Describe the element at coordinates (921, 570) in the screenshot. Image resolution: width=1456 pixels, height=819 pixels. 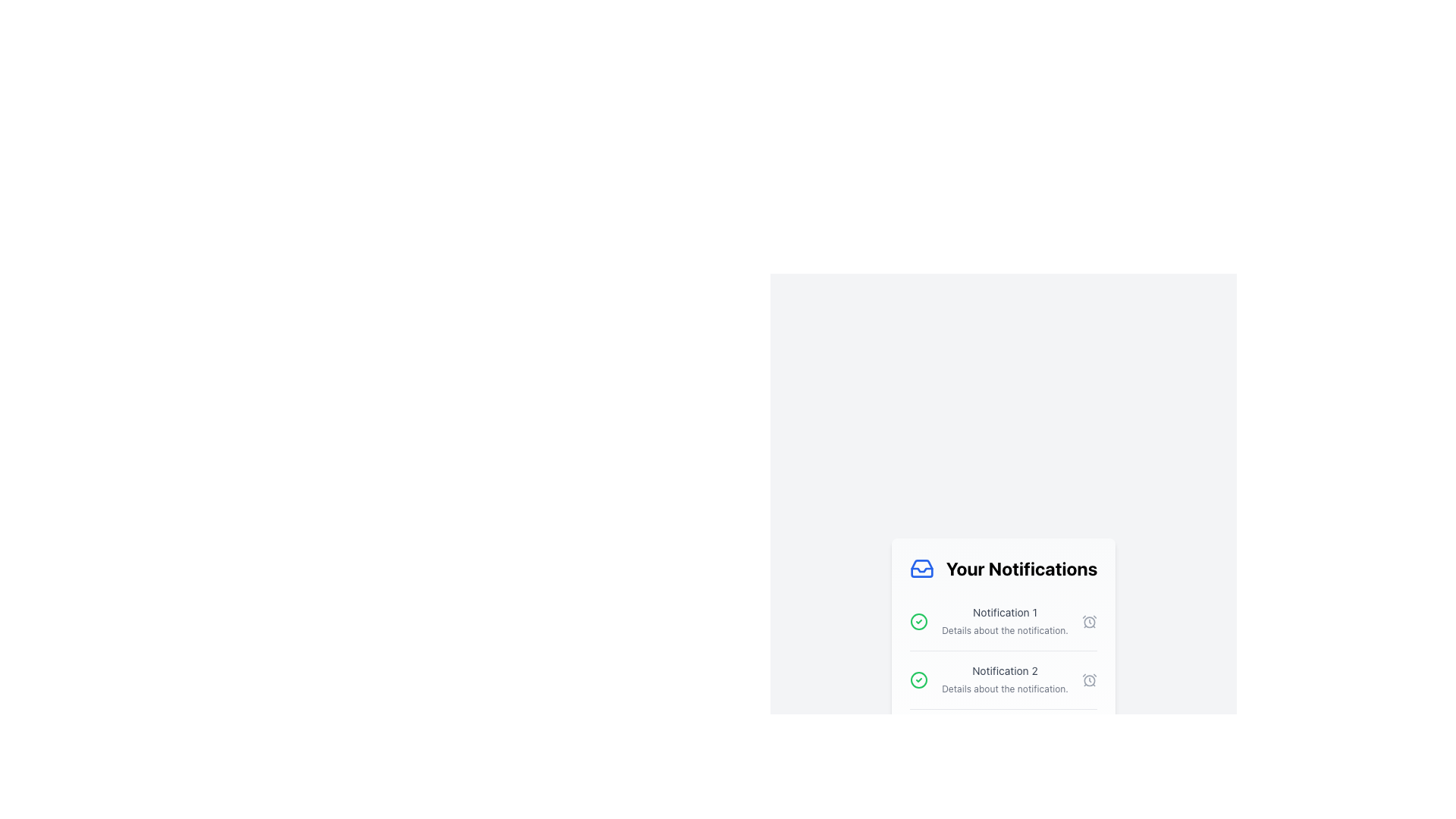
I see `the blue triangular arrow (chevron) shape located at the lower portion of the inbox icon, which is part of the 'Your Notifications' panel` at that location.